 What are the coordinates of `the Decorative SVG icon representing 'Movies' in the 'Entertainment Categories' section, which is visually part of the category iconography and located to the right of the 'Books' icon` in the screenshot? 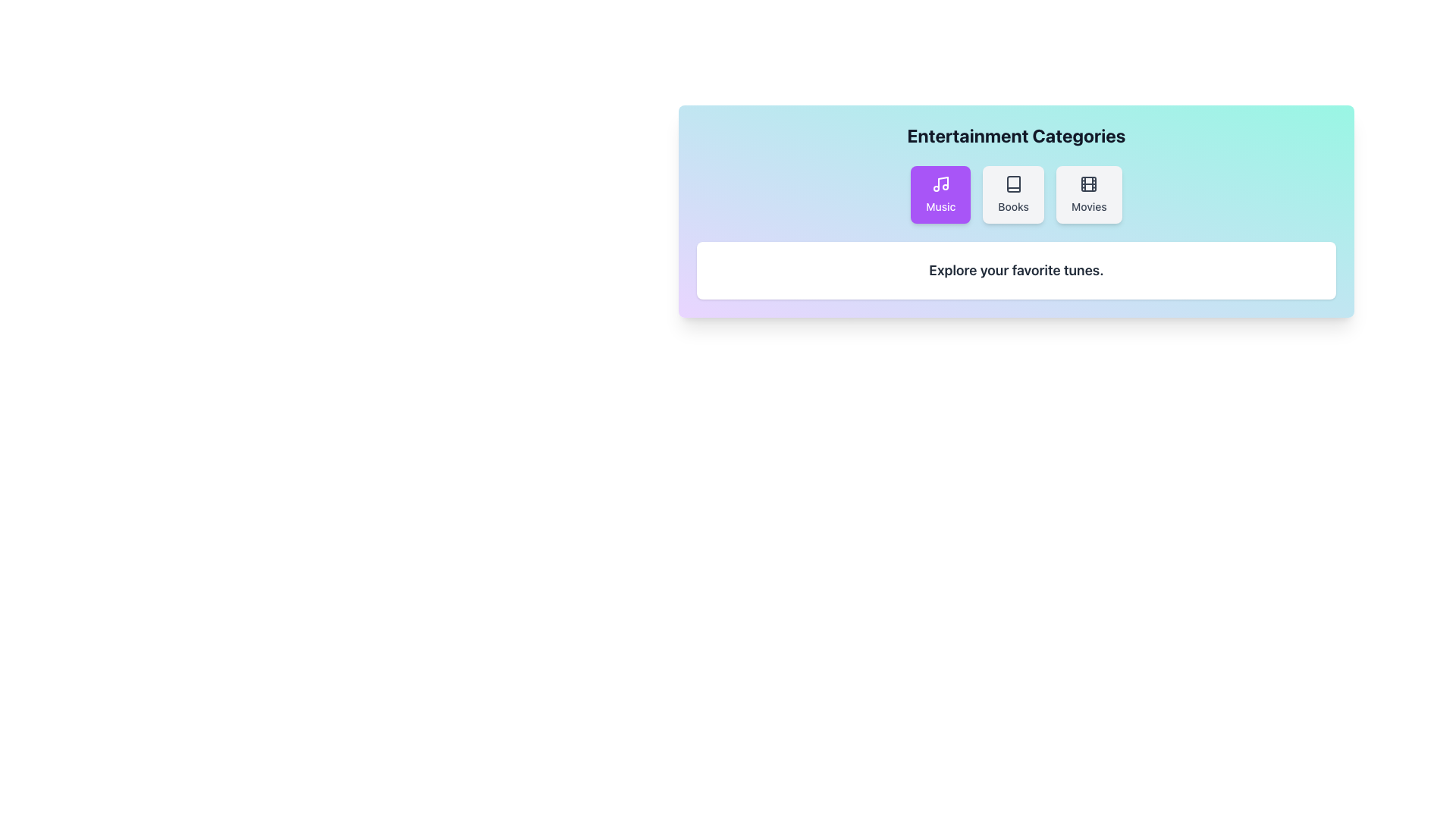 It's located at (1088, 184).